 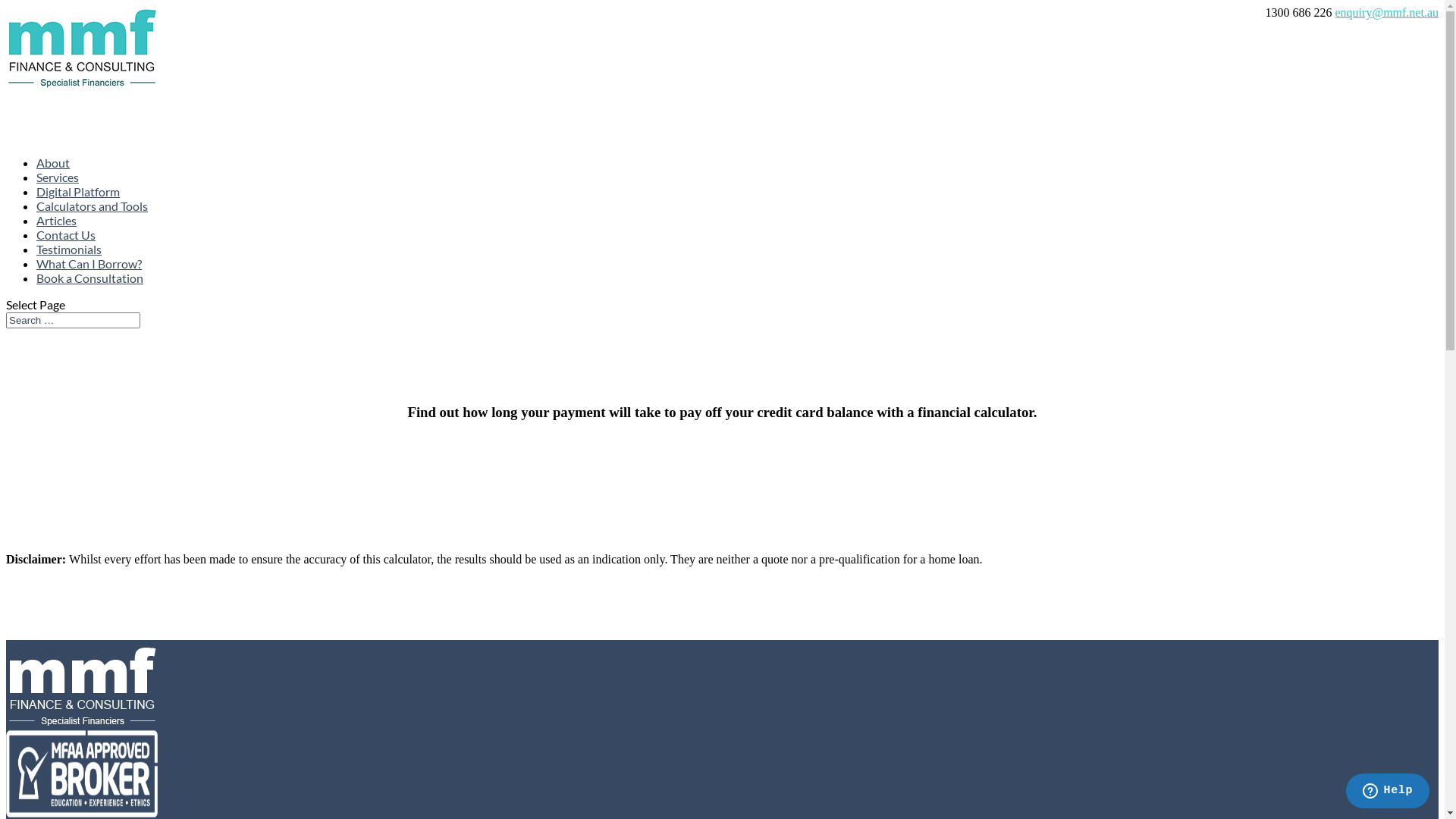 What do you see at coordinates (1345, 792) in the screenshot?
I see `'Opens a widget where you can find more information'` at bounding box center [1345, 792].